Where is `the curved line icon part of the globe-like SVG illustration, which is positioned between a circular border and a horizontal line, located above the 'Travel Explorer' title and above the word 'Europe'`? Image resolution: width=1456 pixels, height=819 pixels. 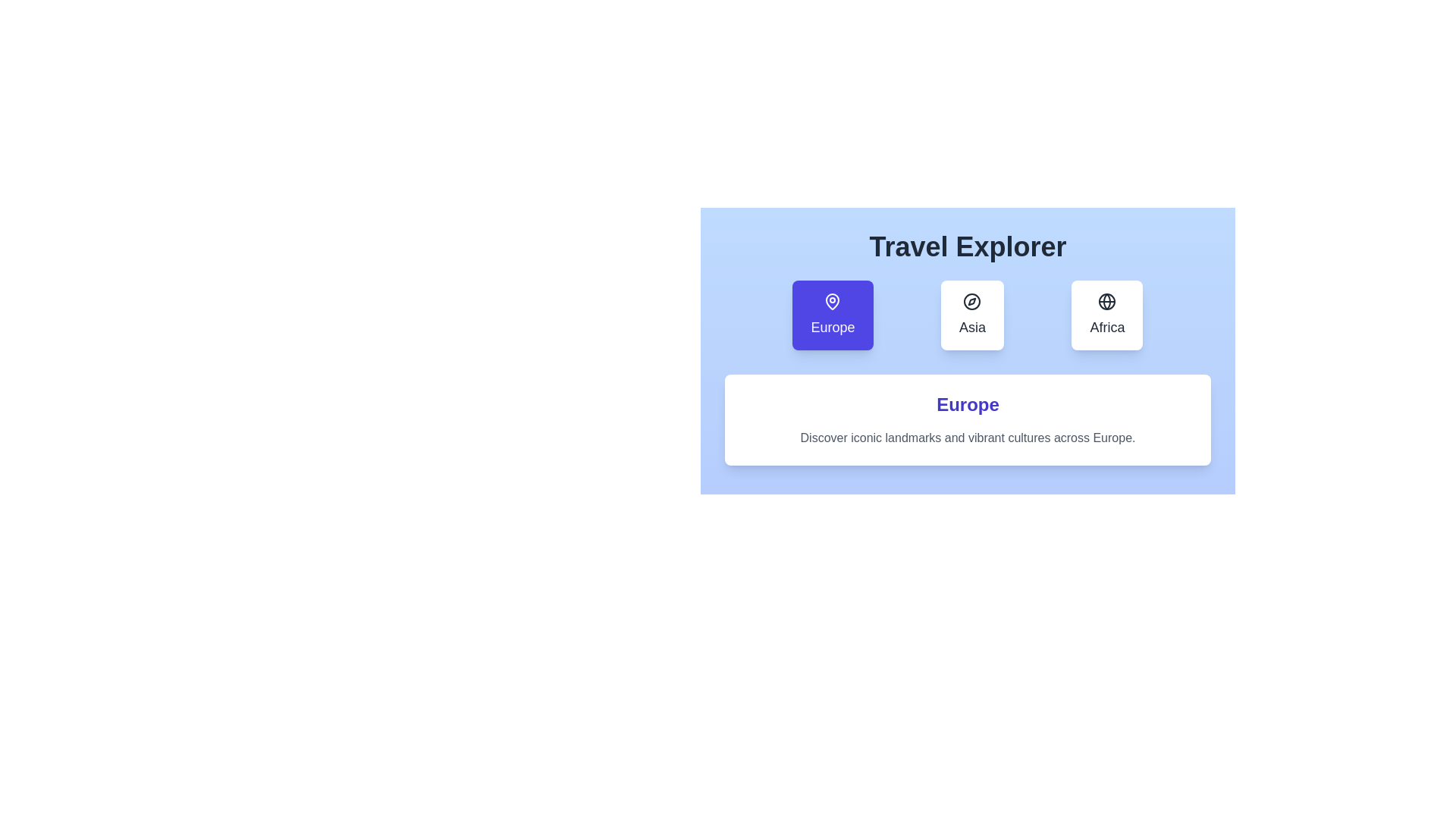 the curved line icon part of the globe-like SVG illustration, which is positioned between a circular border and a horizontal line, located above the 'Travel Explorer' title and above the word 'Europe' is located at coordinates (1107, 301).